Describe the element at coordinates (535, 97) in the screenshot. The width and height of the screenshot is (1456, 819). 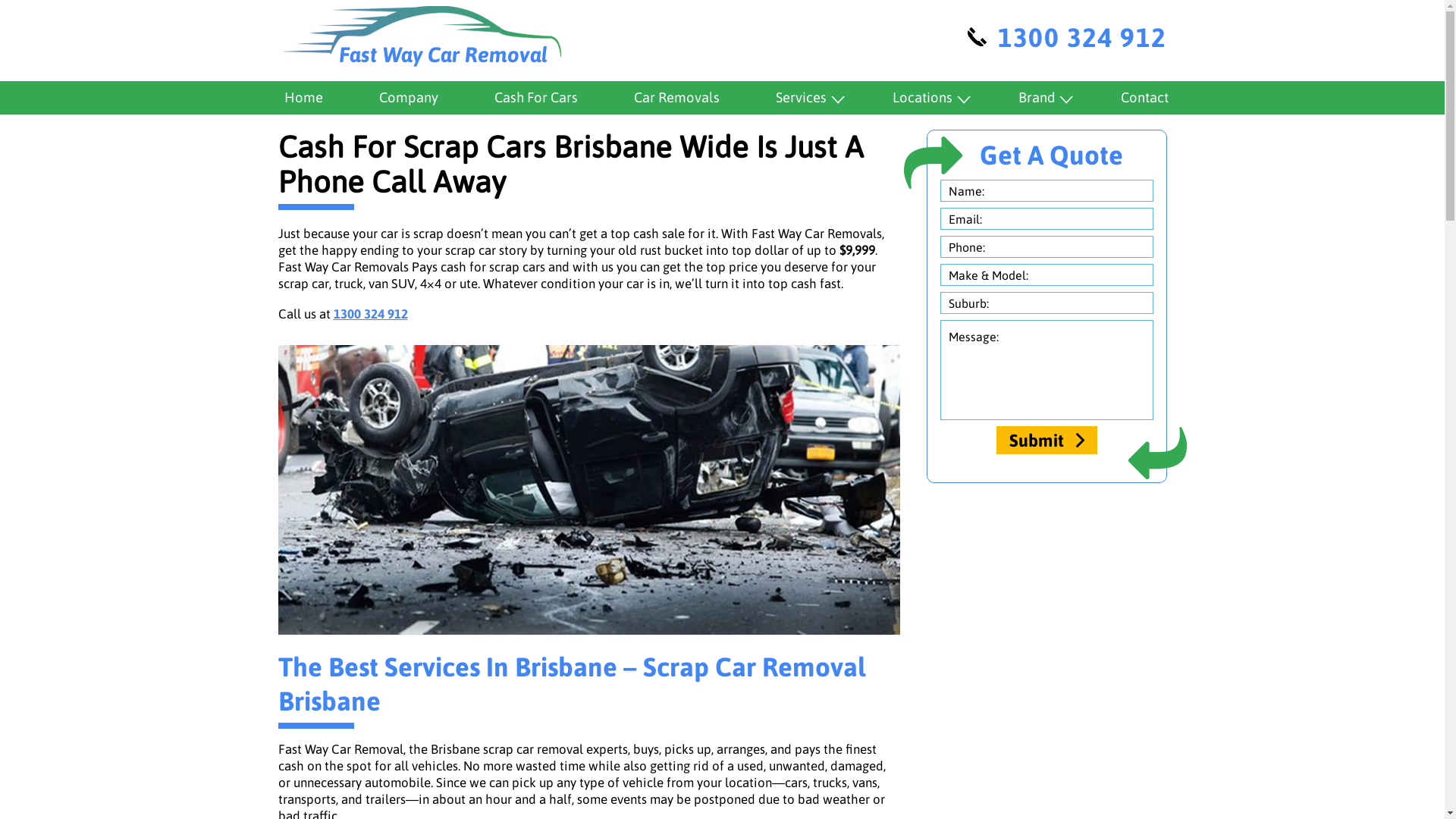
I see `'Cash For Cars'` at that location.